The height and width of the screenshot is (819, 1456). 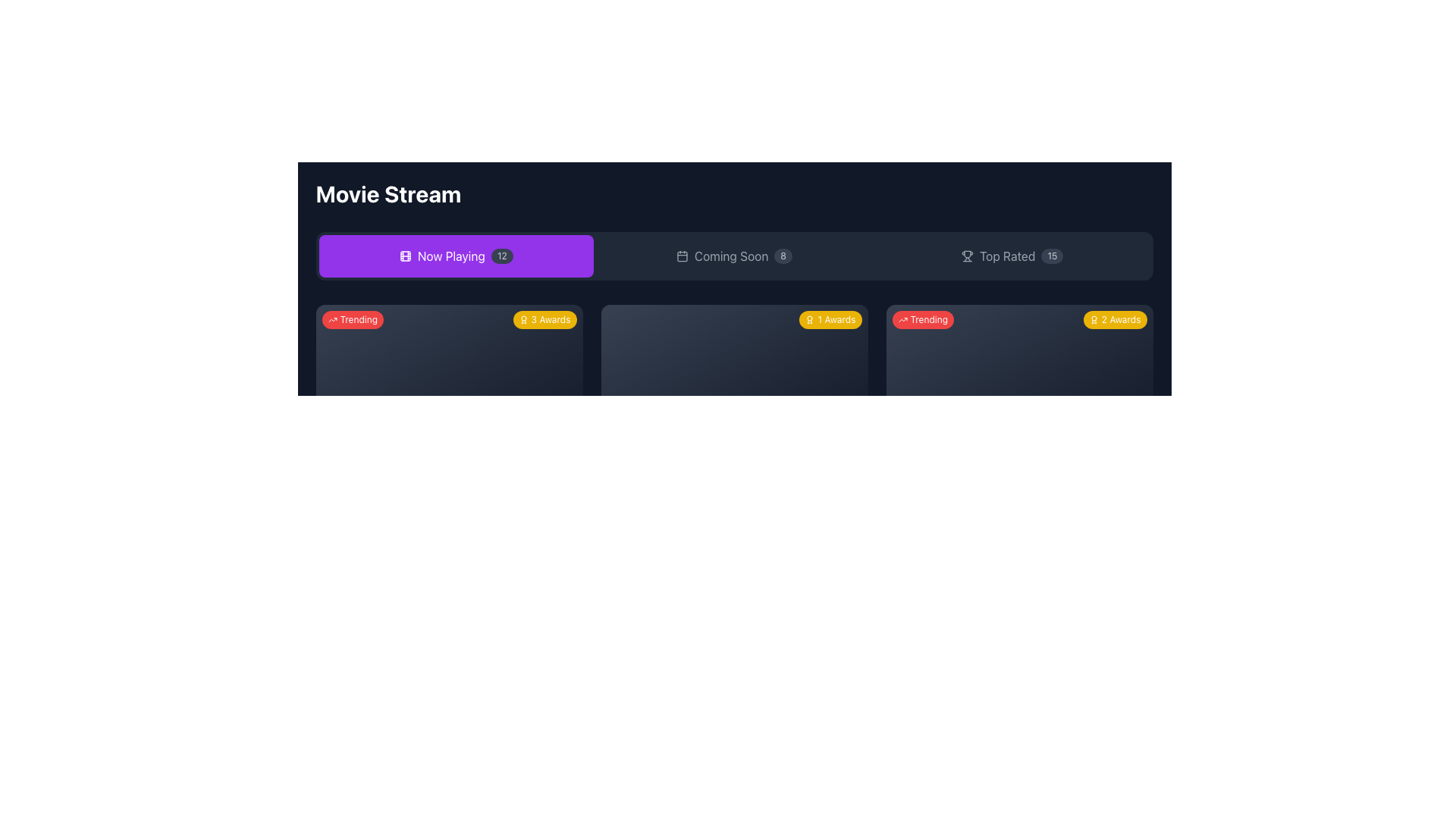 I want to click on the displayed information in the rectangular informational card section that features a gradient background and badges labeled 'Trending' and '3 Awards', so click(x=448, y=376).